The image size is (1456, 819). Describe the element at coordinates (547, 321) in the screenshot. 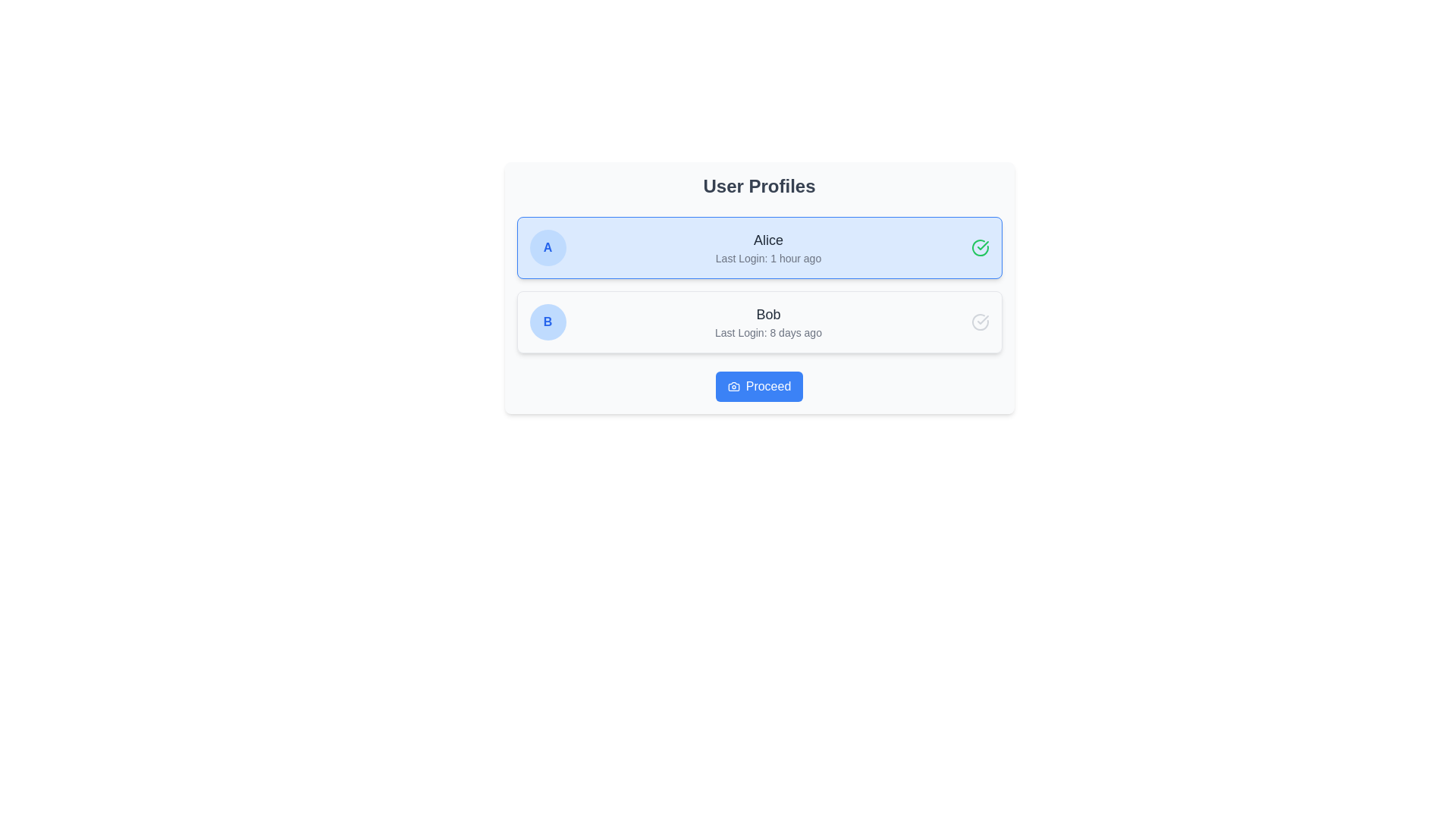

I see `the user identifier icon representing 'Bob' in the user entry list` at that location.